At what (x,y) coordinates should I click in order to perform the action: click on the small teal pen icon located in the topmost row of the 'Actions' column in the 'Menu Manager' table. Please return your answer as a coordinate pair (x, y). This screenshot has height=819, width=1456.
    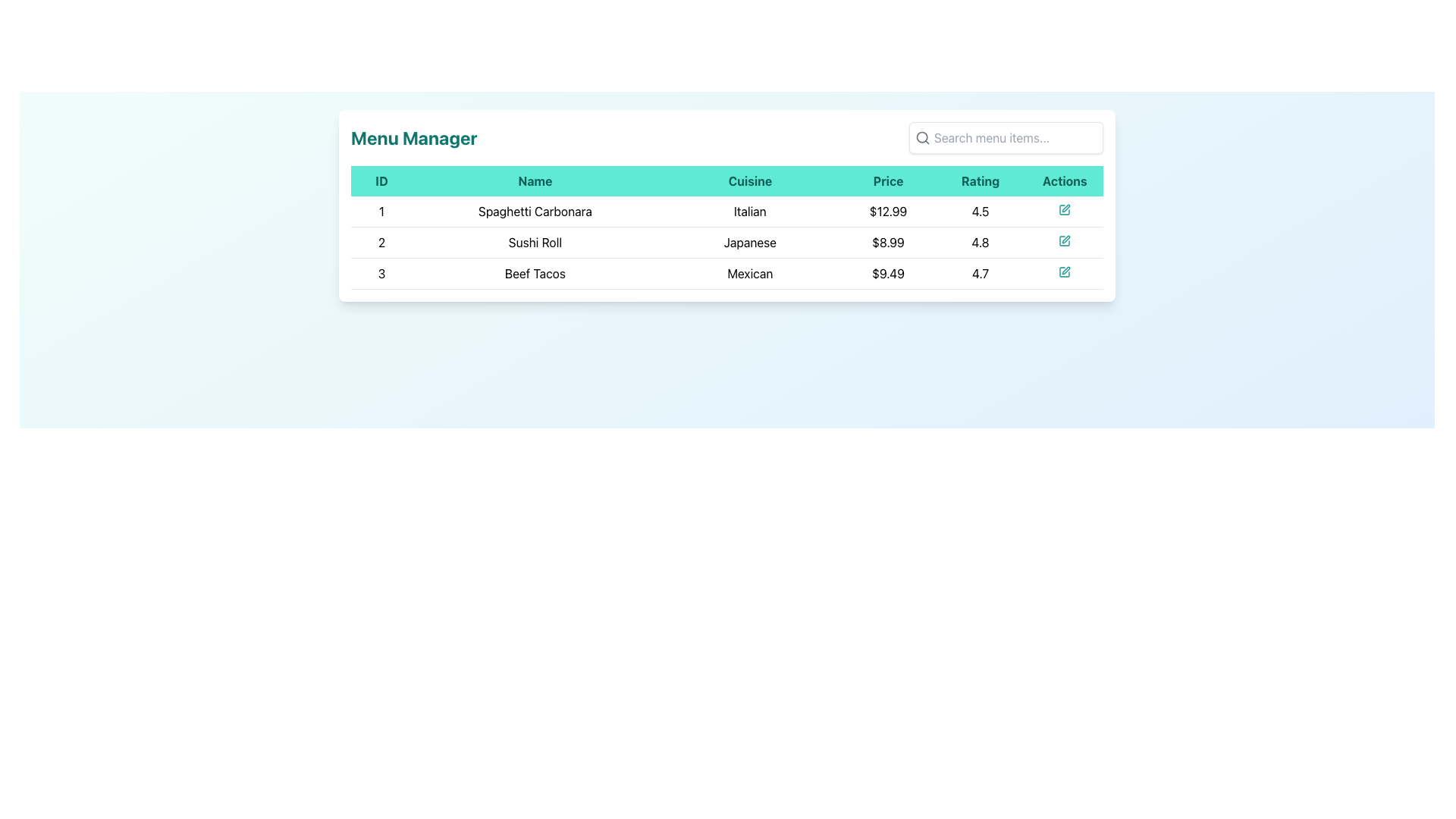
    Looking at the image, I should click on (1064, 210).